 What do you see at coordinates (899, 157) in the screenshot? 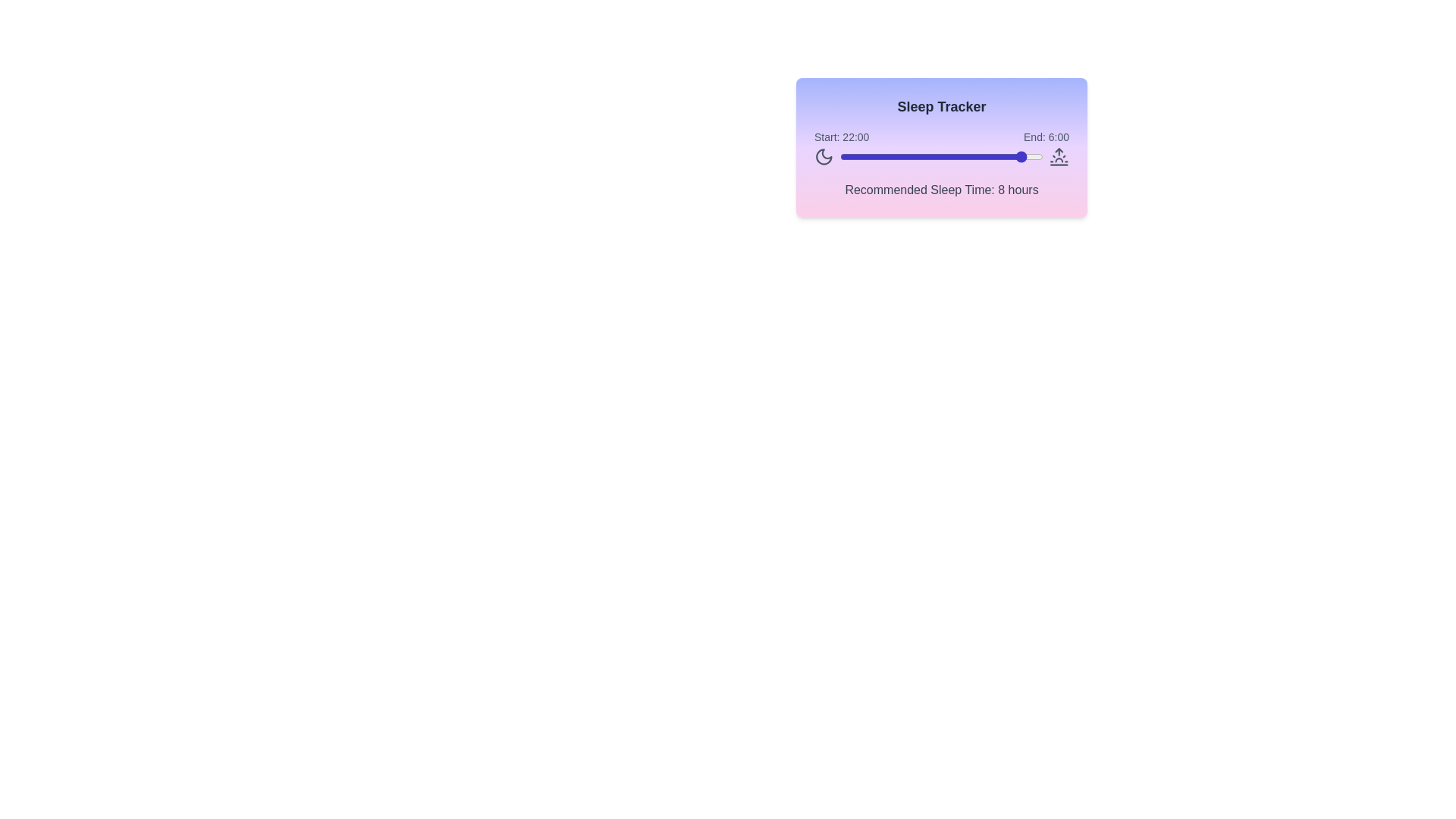
I see `the sleep time slider to set the start time to 7` at bounding box center [899, 157].